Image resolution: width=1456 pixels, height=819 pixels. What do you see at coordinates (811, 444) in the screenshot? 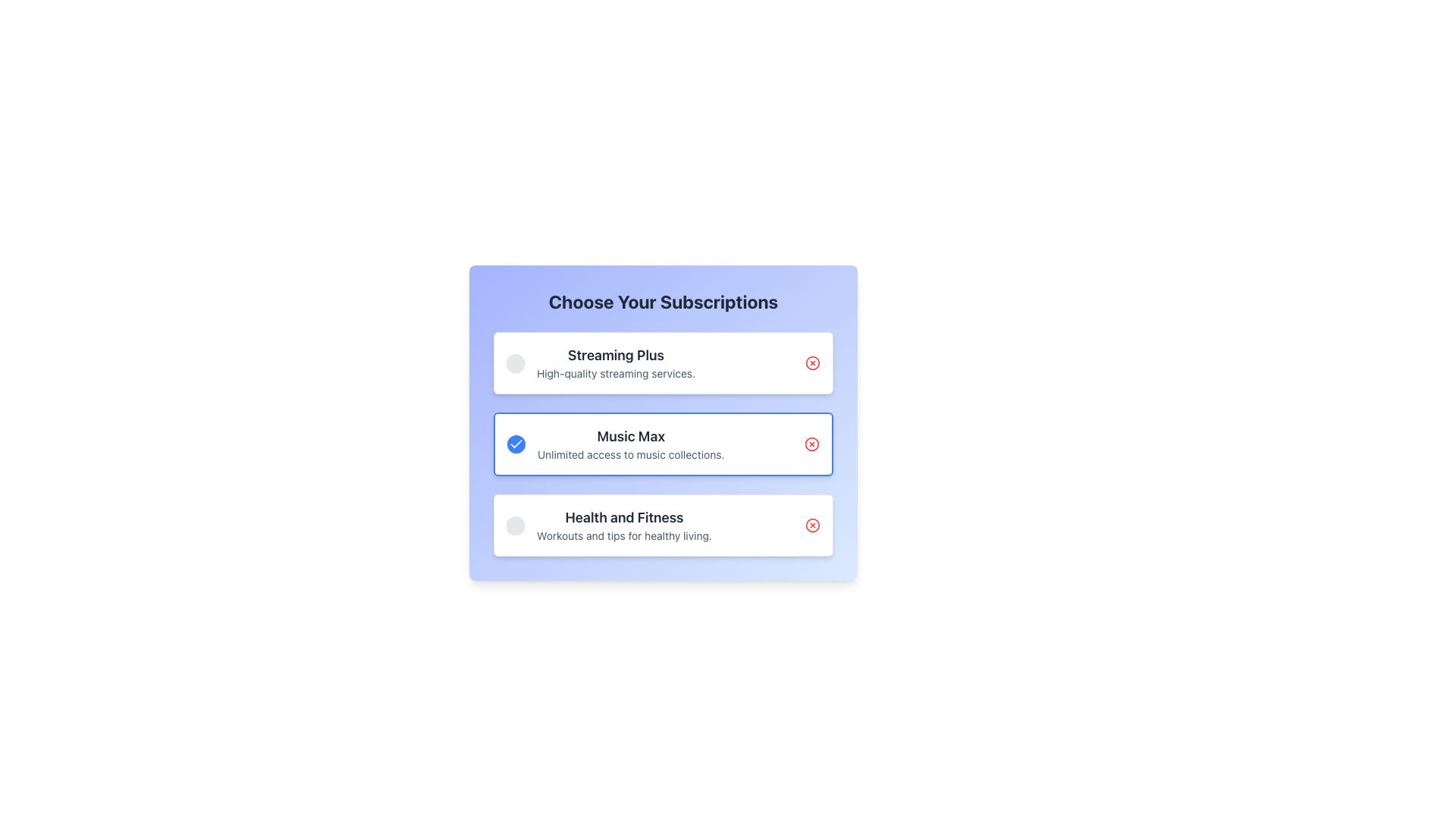
I see `the cancel button for the 'Music Max' subscription option` at bounding box center [811, 444].